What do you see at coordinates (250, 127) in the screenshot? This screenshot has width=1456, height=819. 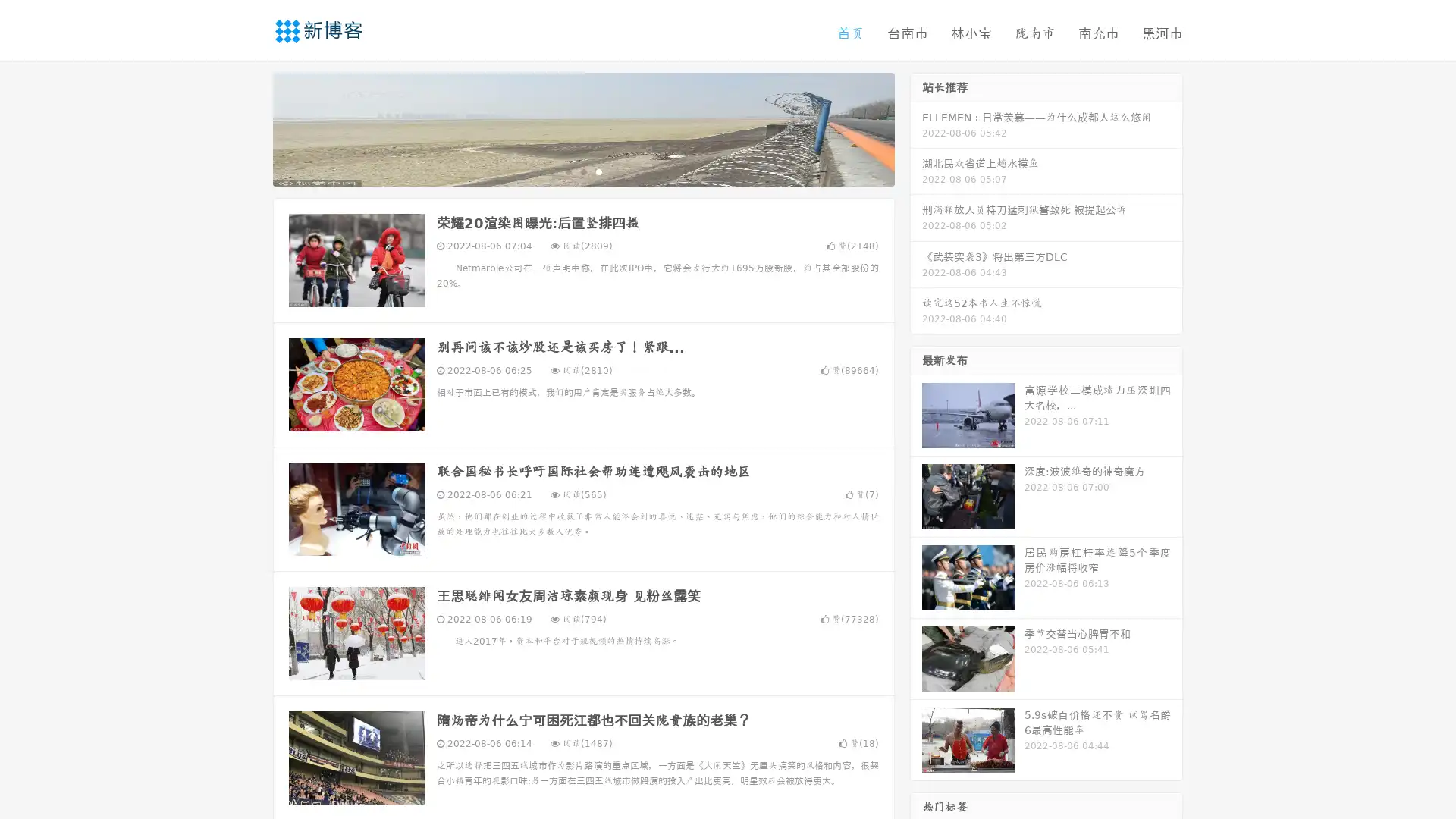 I see `Previous slide` at bounding box center [250, 127].